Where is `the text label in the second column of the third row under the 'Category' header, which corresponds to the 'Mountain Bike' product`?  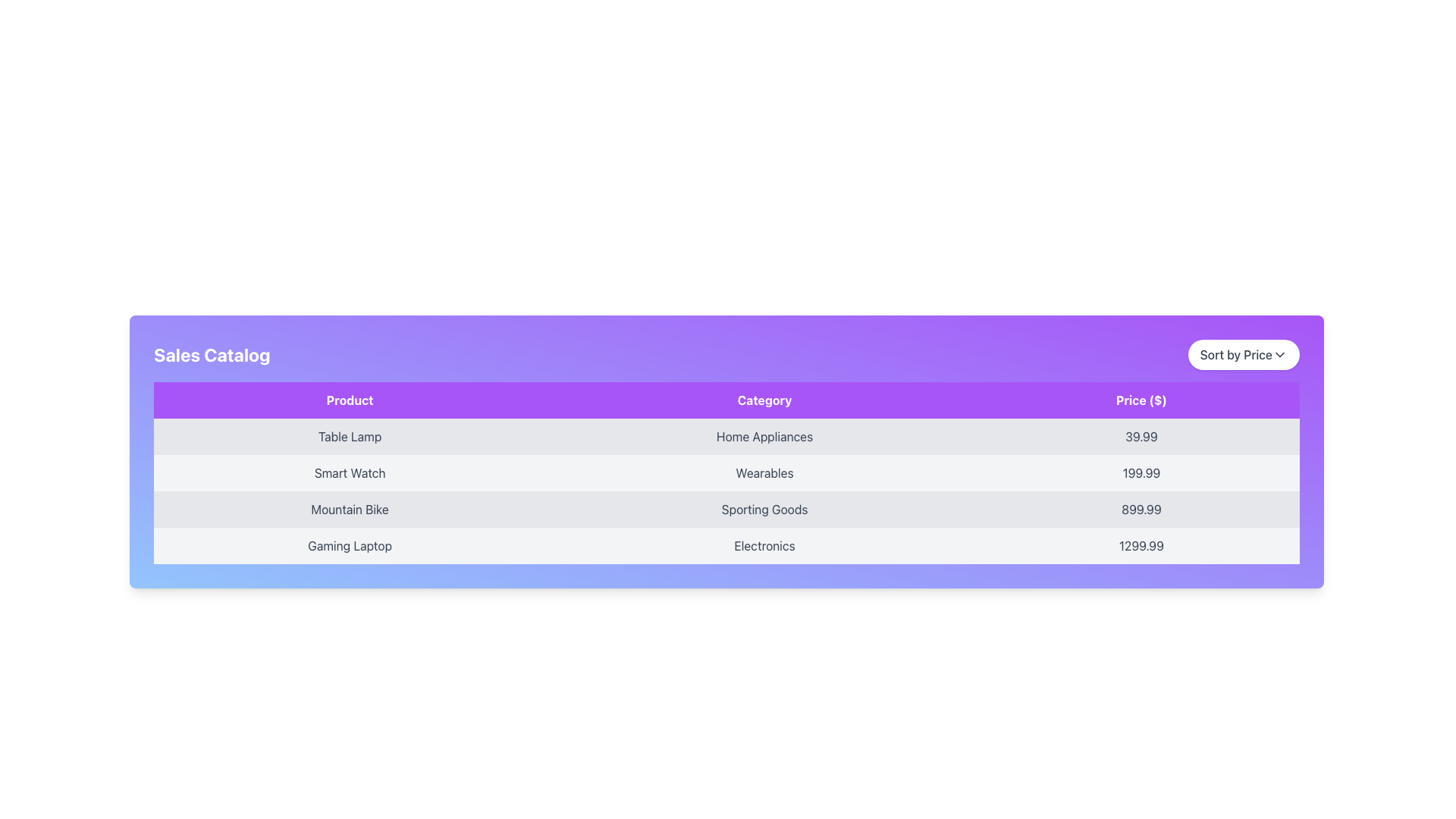
the text label in the second column of the third row under the 'Category' header, which corresponds to the 'Mountain Bike' product is located at coordinates (764, 509).